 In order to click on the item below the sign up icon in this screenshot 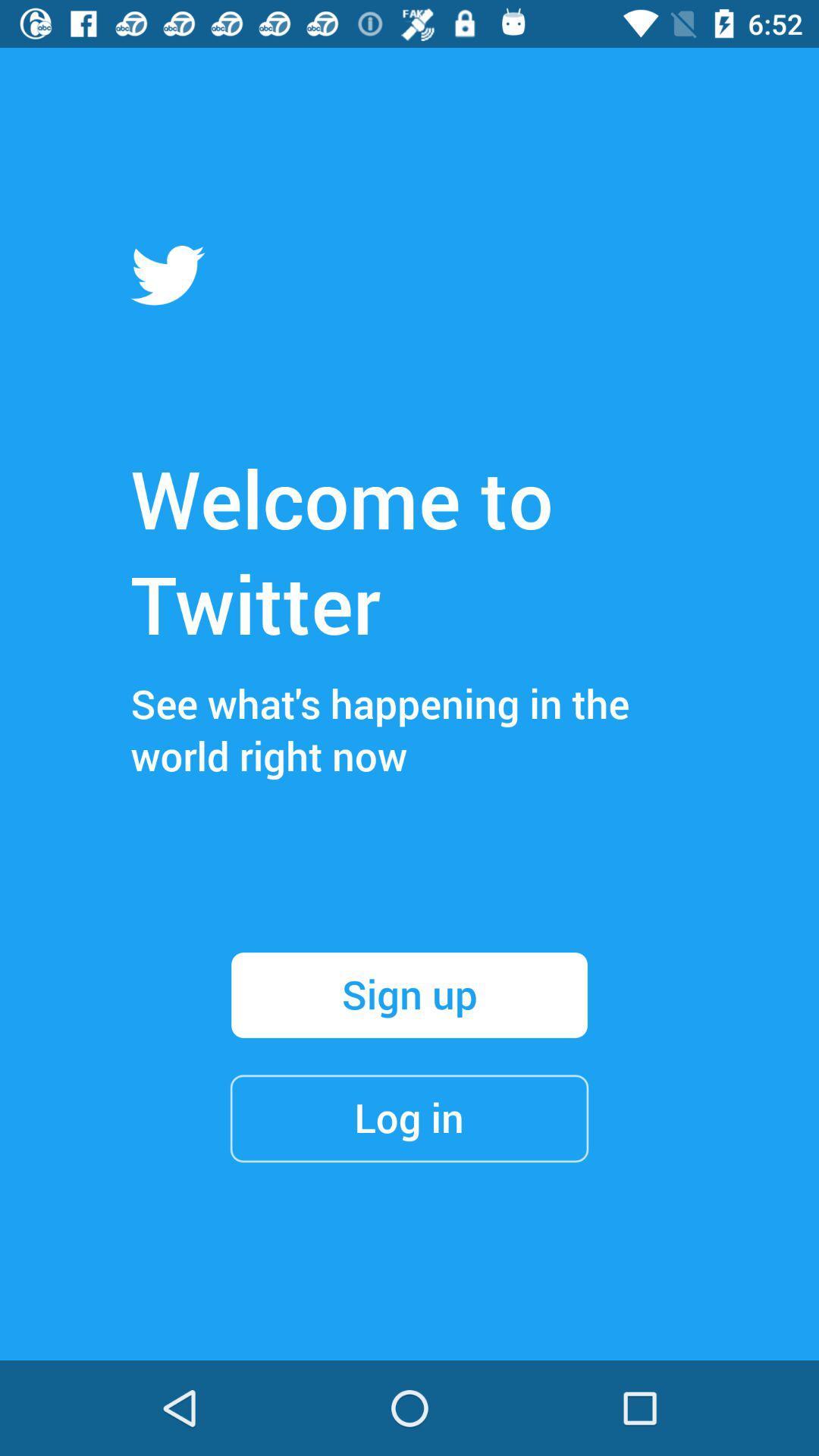, I will do `click(409, 1119)`.